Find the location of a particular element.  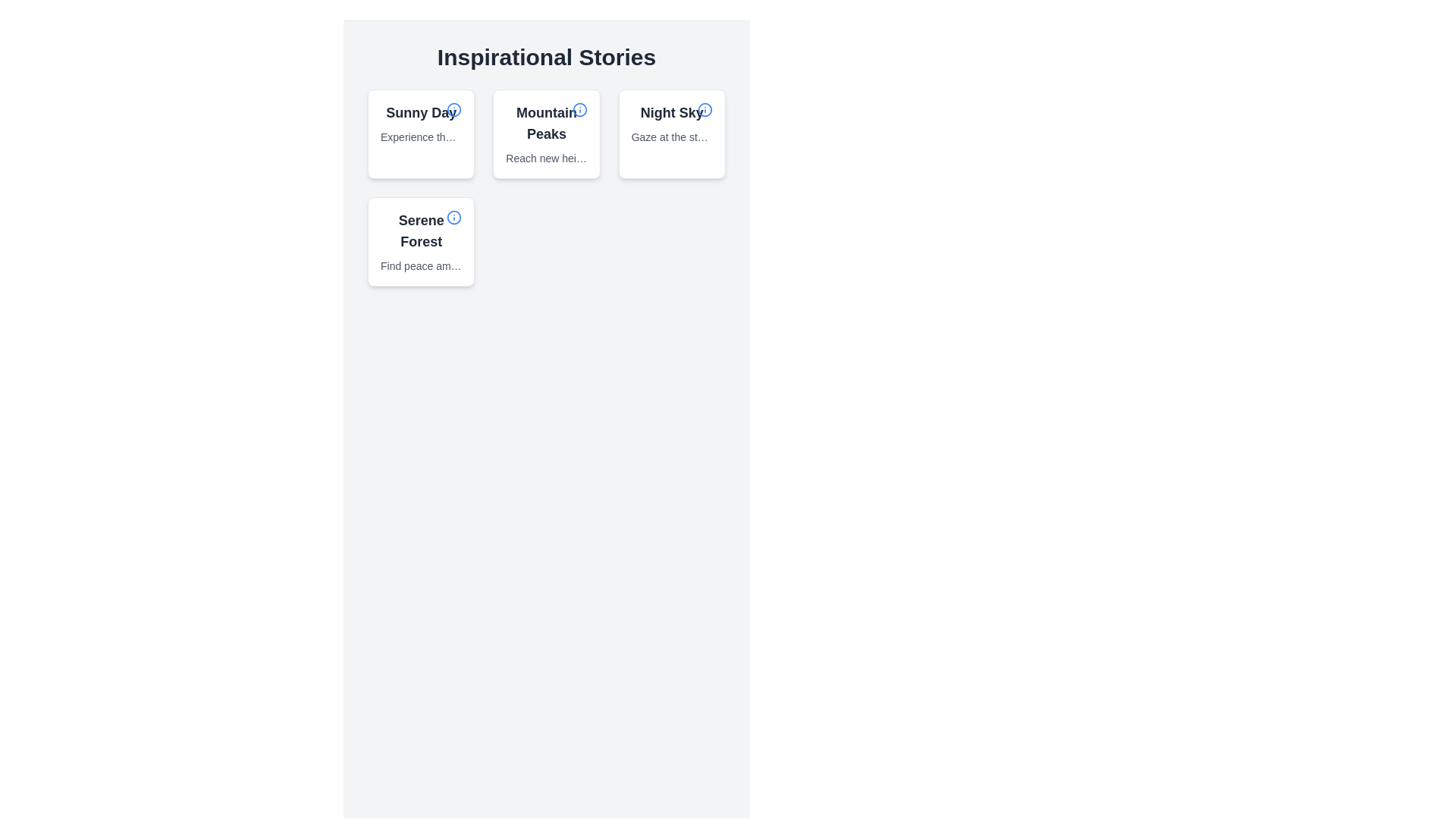

the circular interactive icon with an information symbol located at the top-right corner of the 'Mountain Peaks' card is located at coordinates (579, 109).